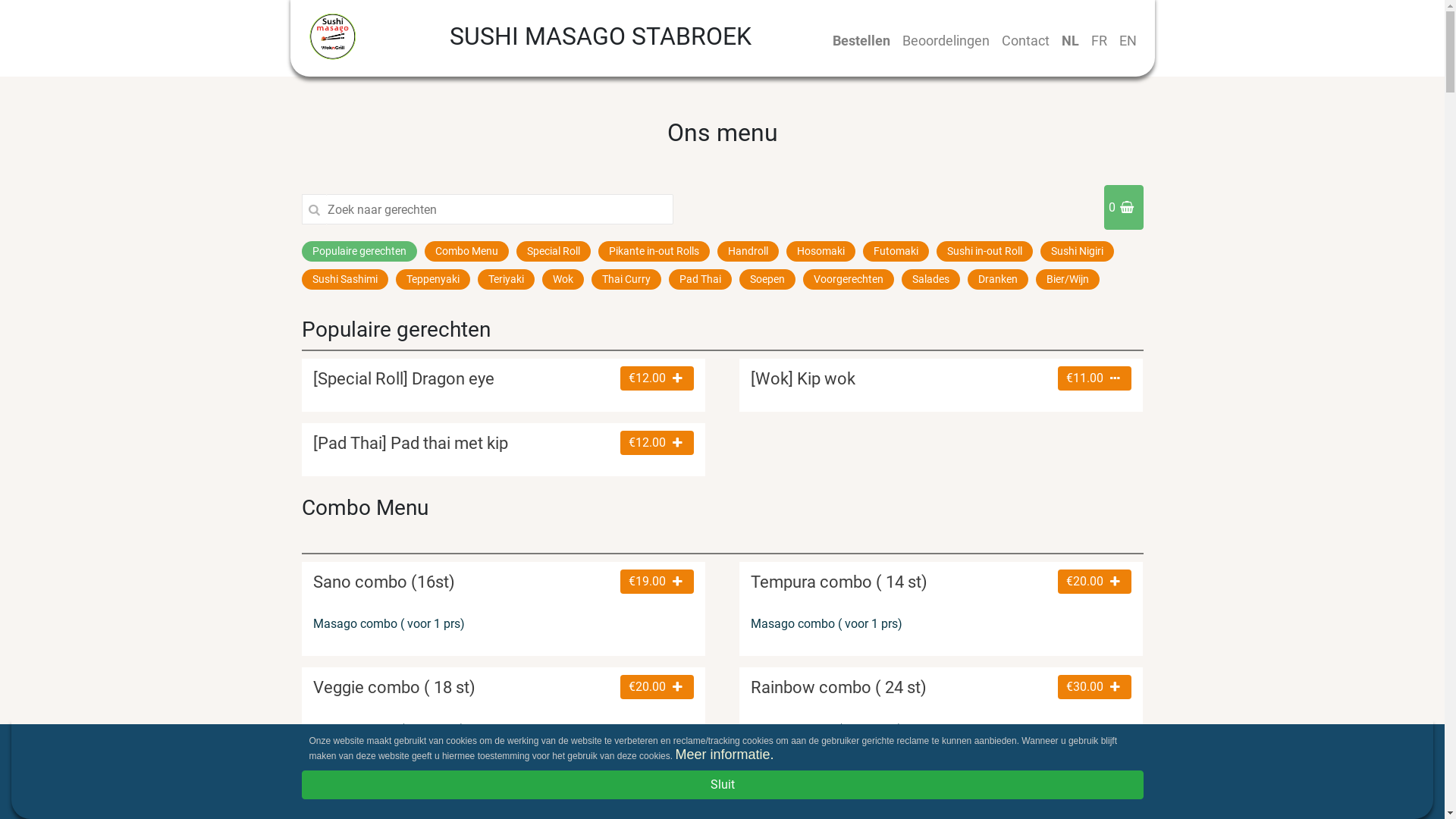  Describe the element at coordinates (984, 250) in the screenshot. I see `'Sushi in-out Roll'` at that location.